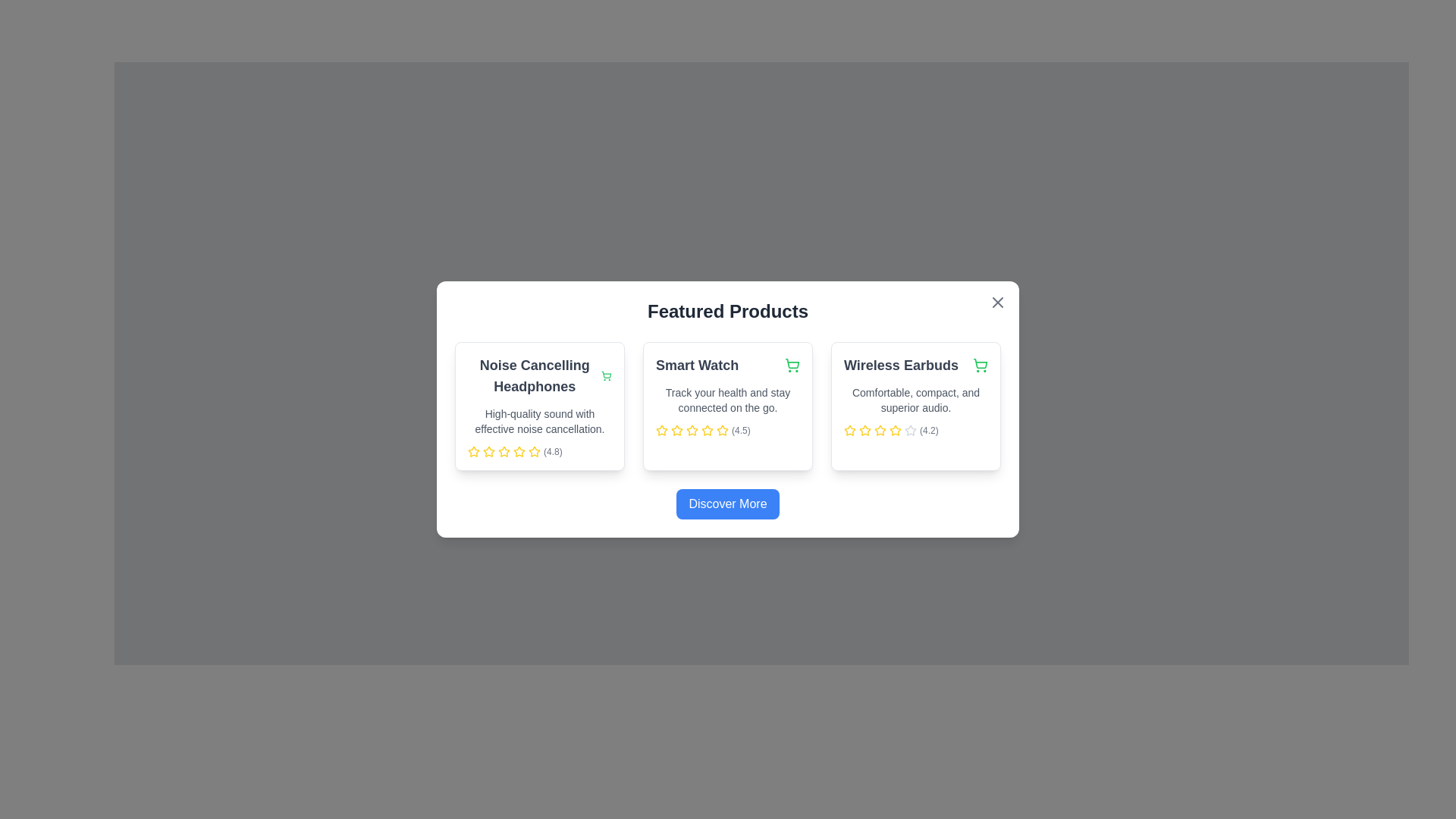  What do you see at coordinates (728, 504) in the screenshot?
I see `the call-to-action button located at the bottom center of the product grid for keyboard navigation` at bounding box center [728, 504].